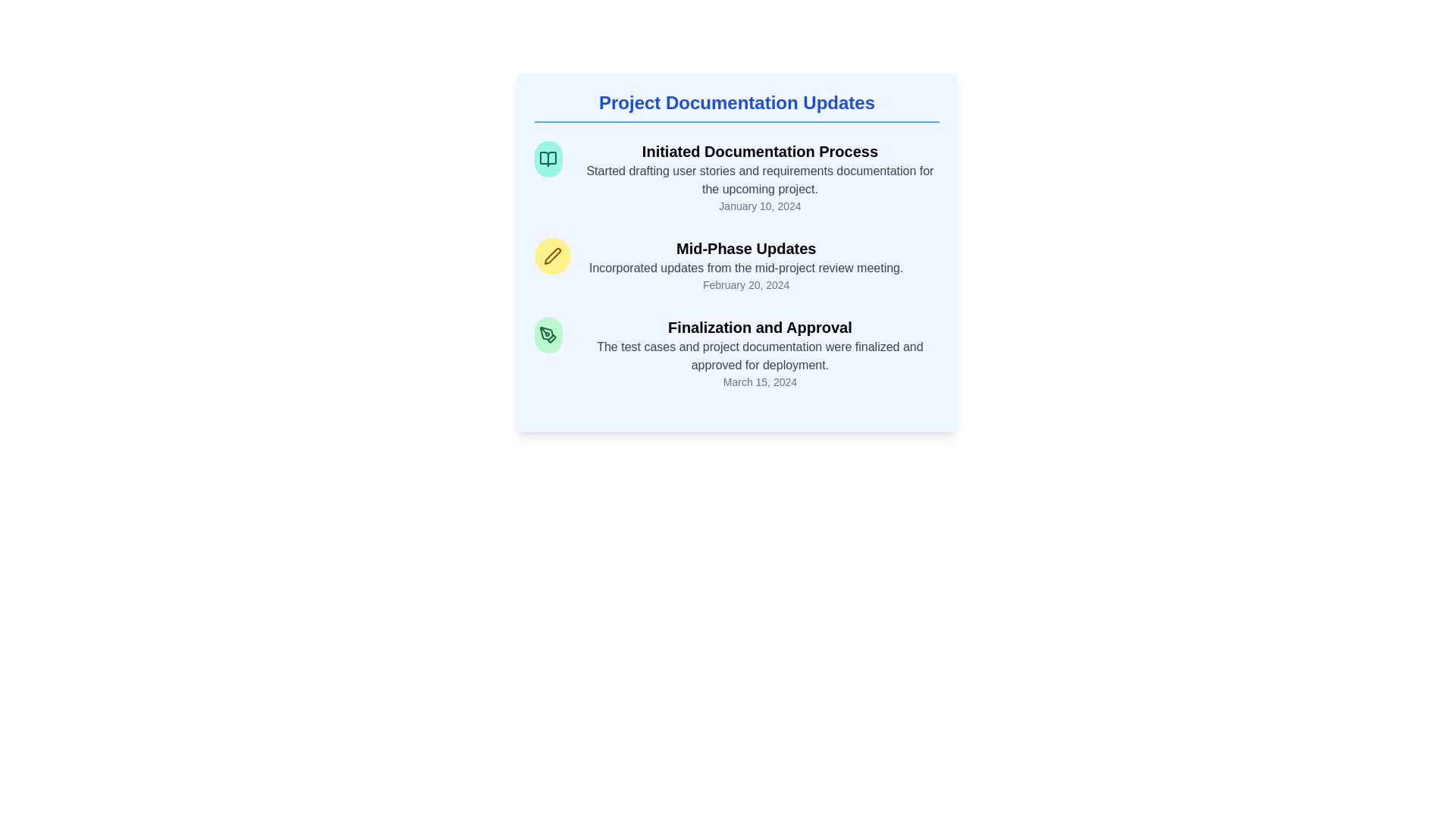 This screenshot has height=819, width=1456. Describe the element at coordinates (548, 334) in the screenshot. I see `the icon that visually identifies the 'Finalization and Approval' section, located to the left of its title in the vertical list of project documentation updates` at that location.